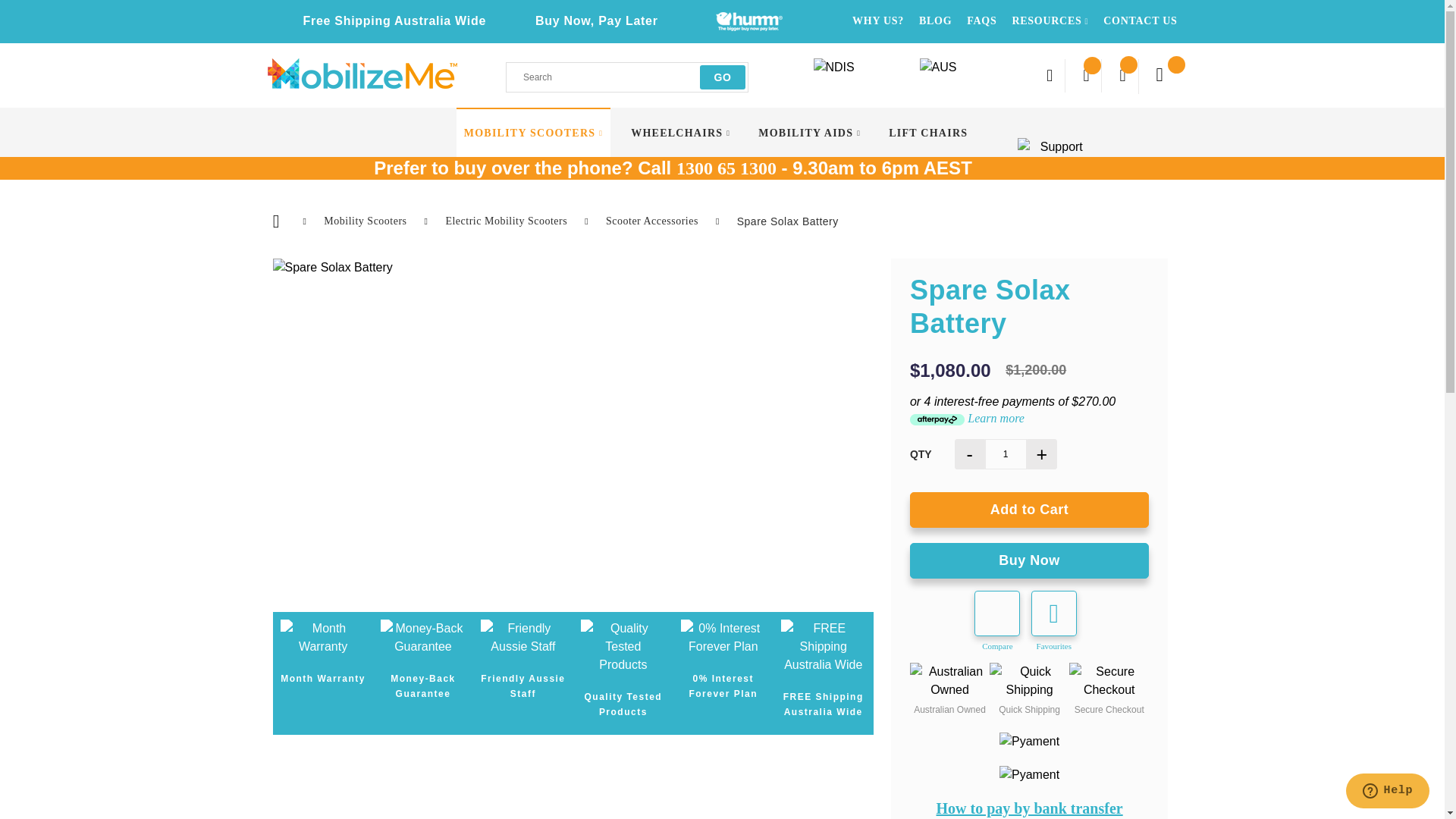 Image resolution: width=1456 pixels, height=819 pixels. Describe the element at coordinates (381, 637) in the screenshot. I see `'Money-Back Guarantee'` at that location.